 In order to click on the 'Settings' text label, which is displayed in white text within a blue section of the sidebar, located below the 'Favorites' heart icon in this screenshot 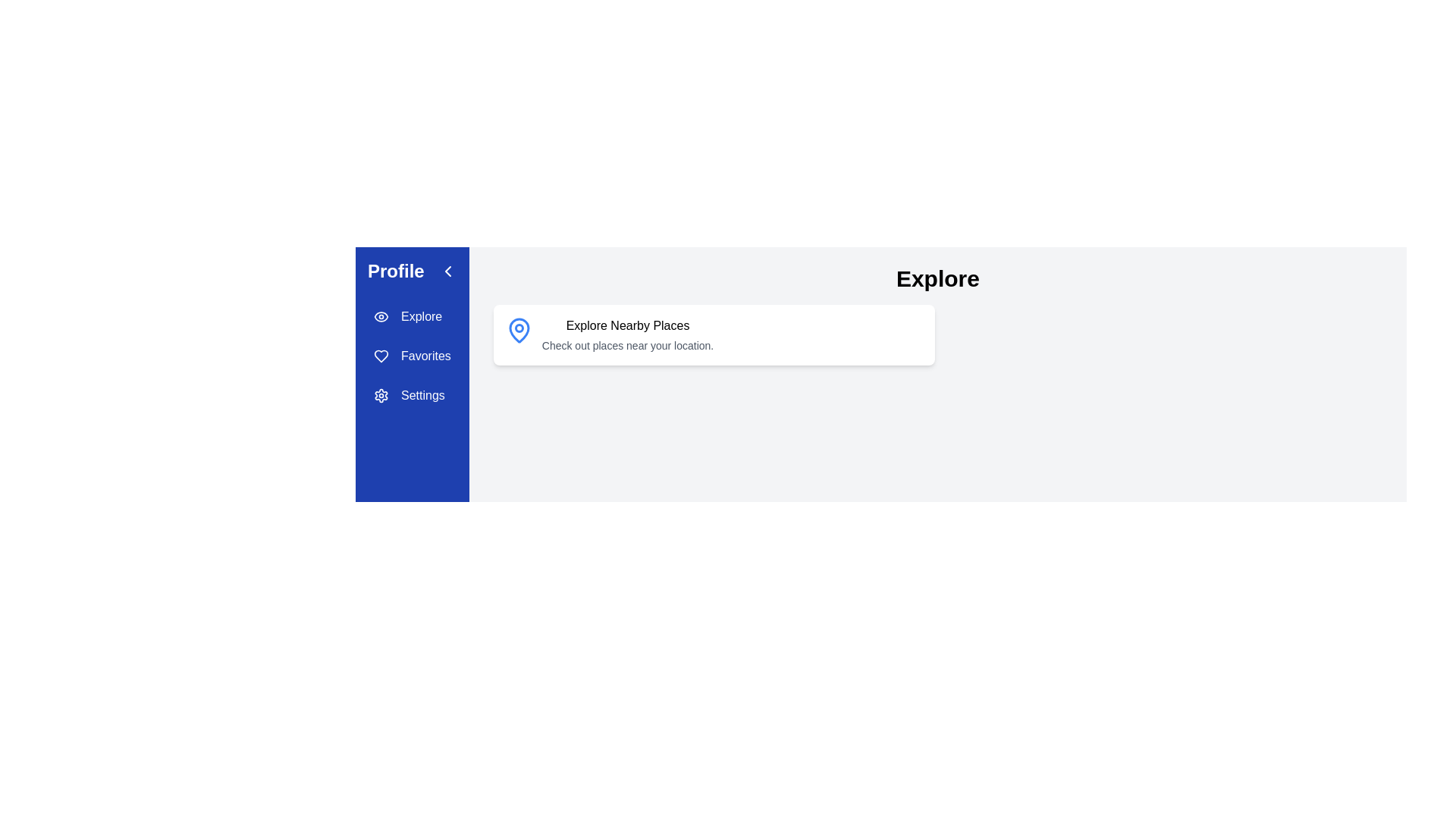, I will do `click(422, 394)`.